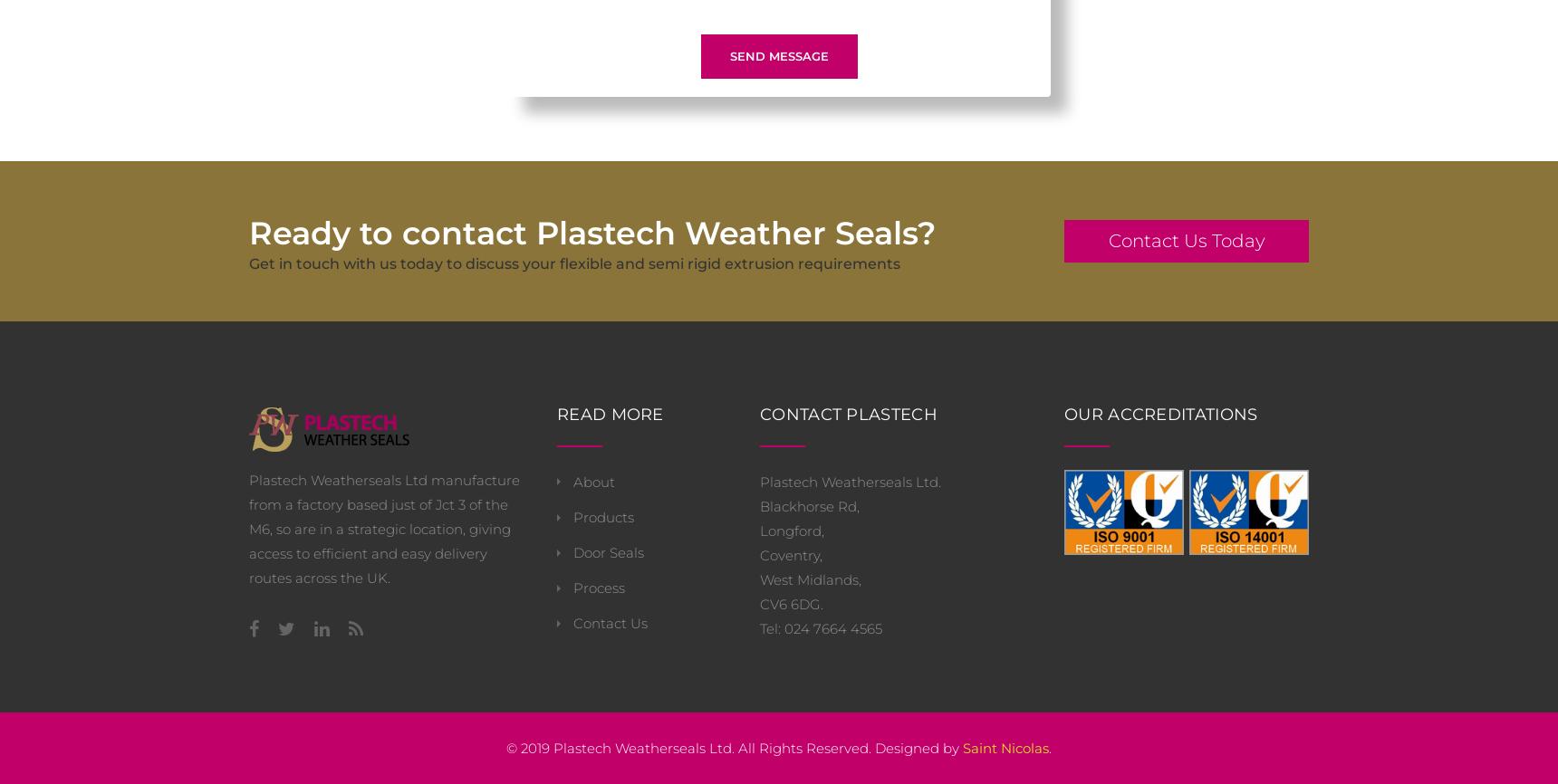  What do you see at coordinates (599, 588) in the screenshot?
I see `'Process'` at bounding box center [599, 588].